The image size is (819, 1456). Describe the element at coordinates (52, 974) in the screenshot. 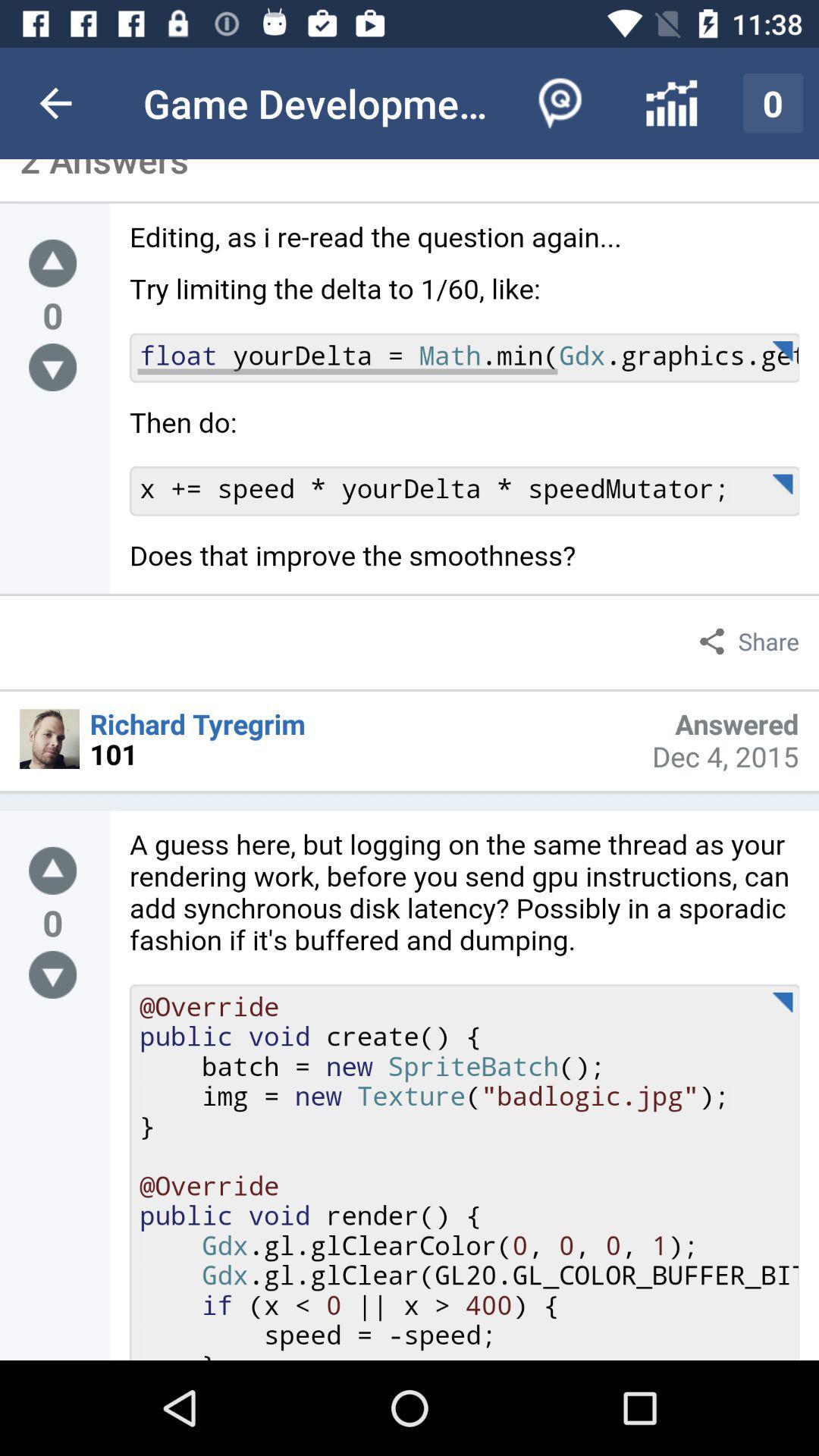

I see `page down` at that location.